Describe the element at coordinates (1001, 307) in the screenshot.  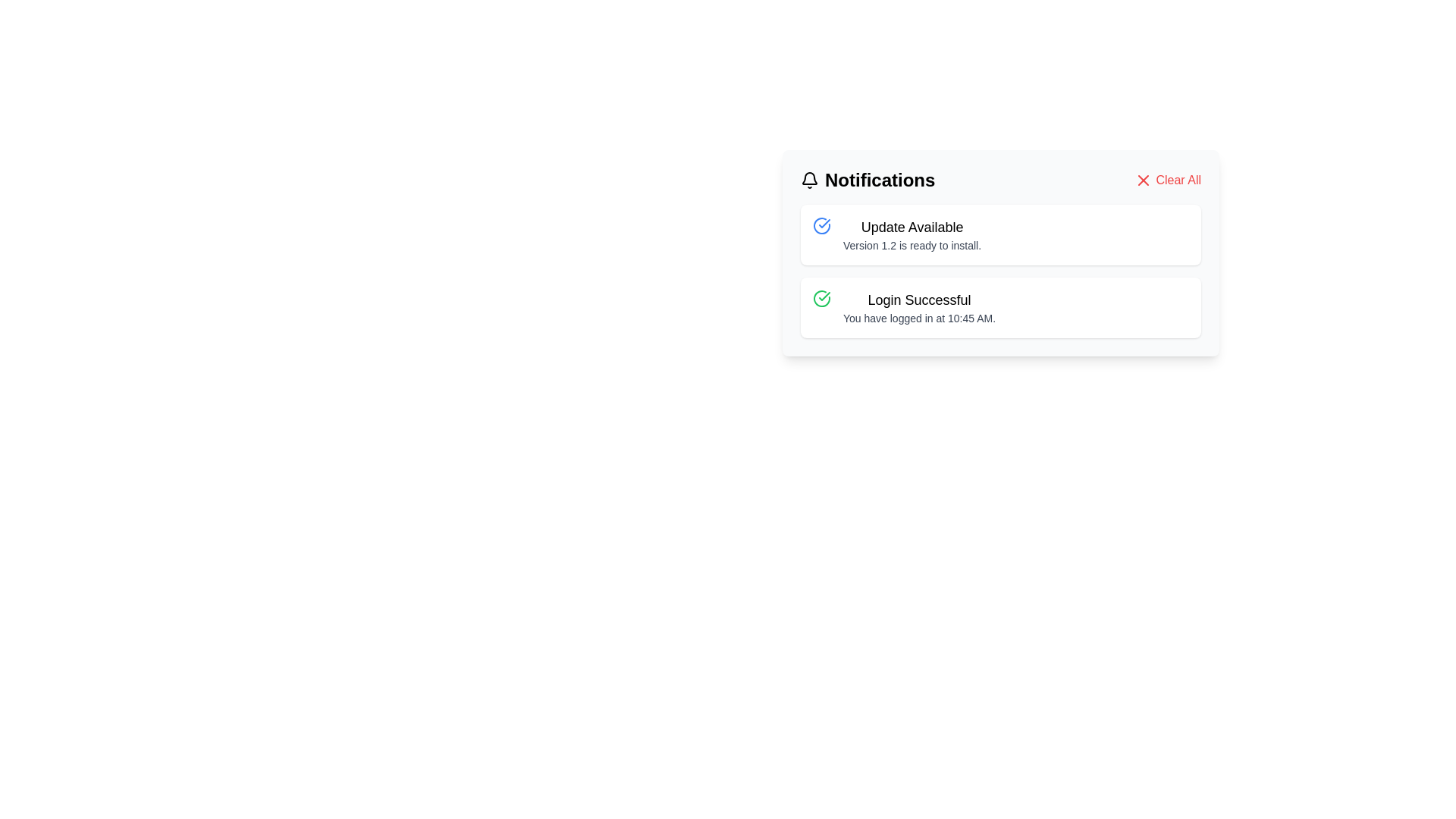
I see `the second notification box in the notification center that displays a 'Login Successful' title and a message about logging in at 10:45 AM` at that location.